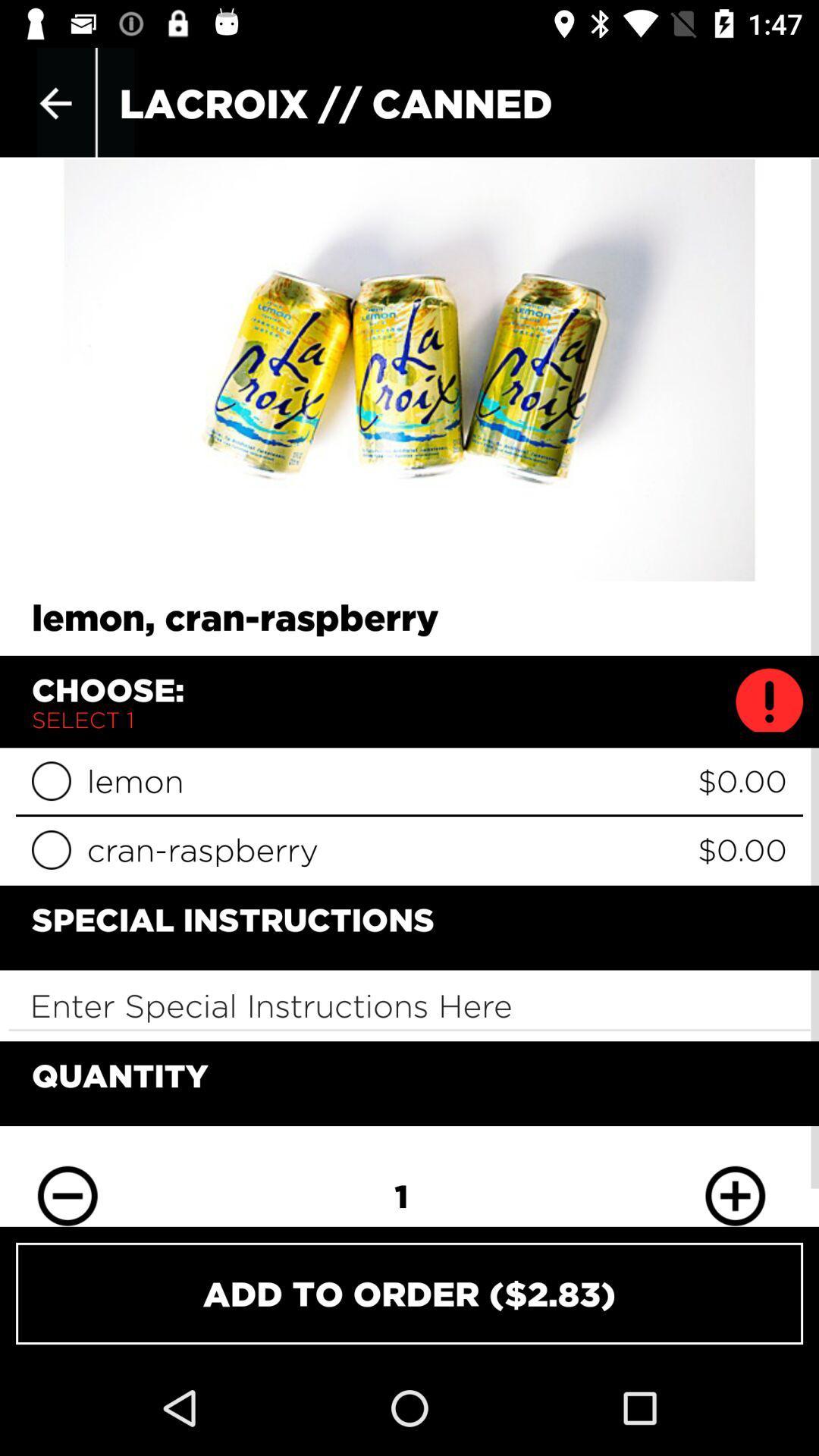  I want to click on an option, so click(50, 849).